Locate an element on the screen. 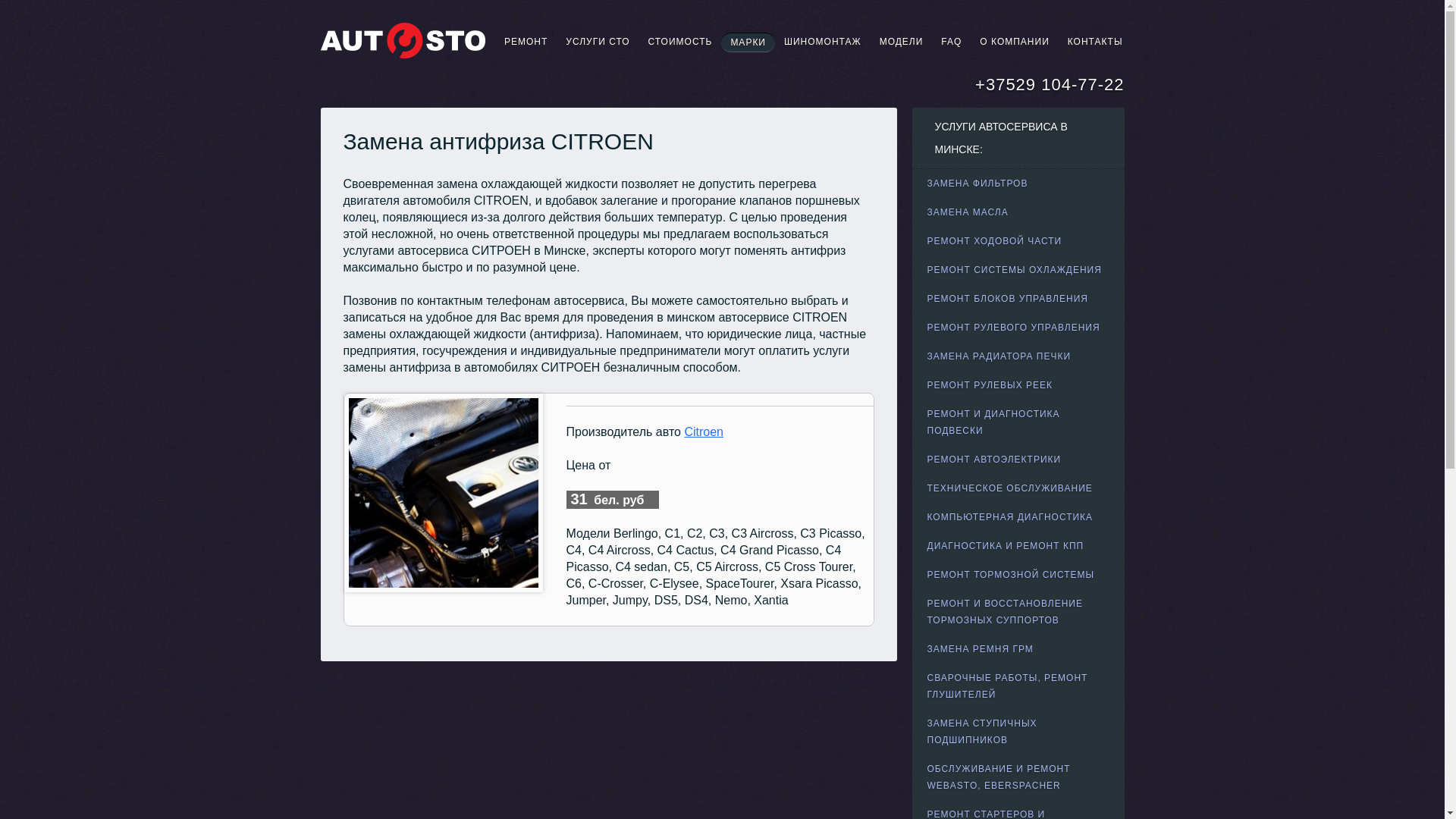  'FAQ' is located at coordinates (950, 40).